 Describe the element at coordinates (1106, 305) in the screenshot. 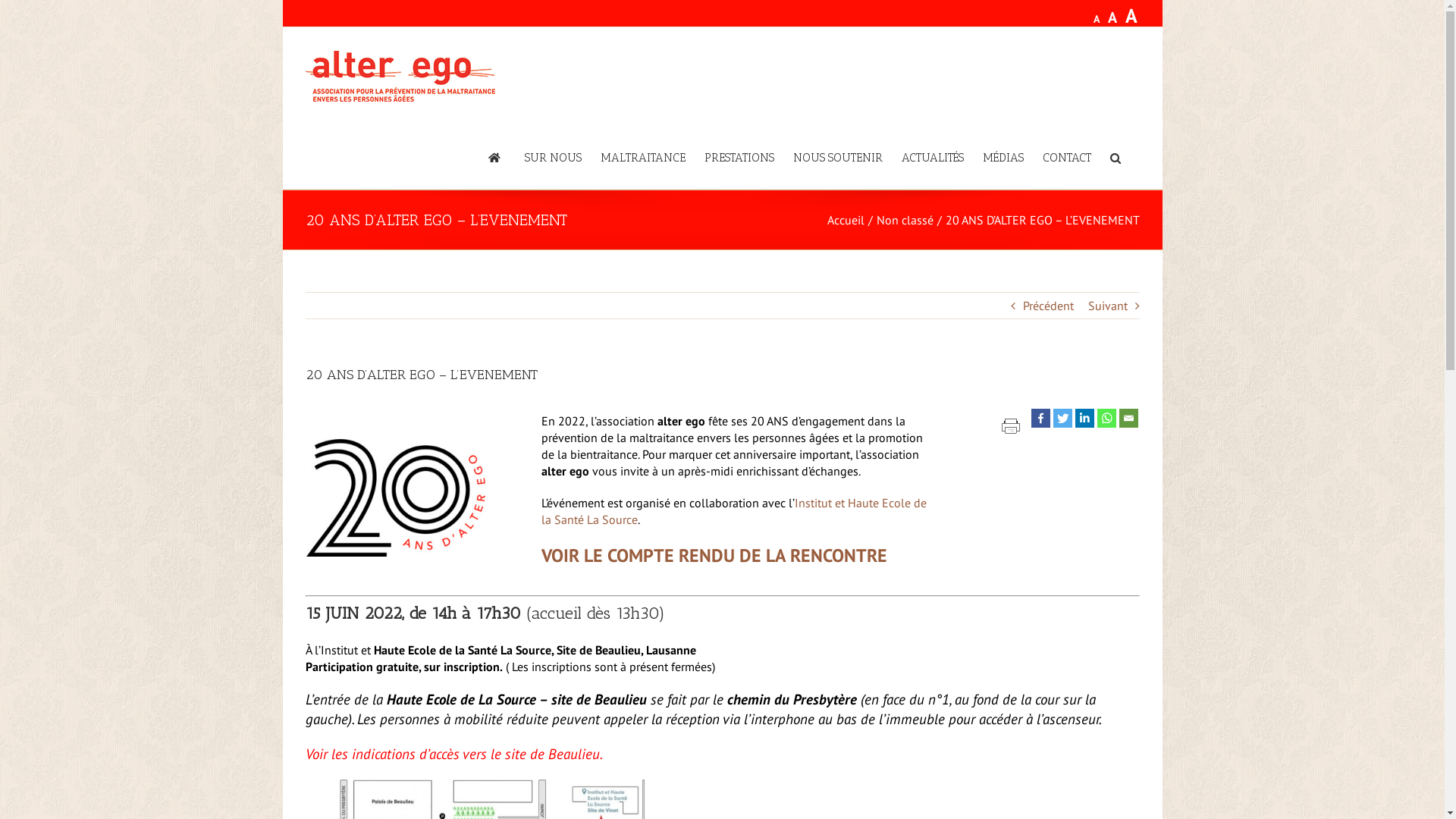

I see `'Suivant'` at that location.